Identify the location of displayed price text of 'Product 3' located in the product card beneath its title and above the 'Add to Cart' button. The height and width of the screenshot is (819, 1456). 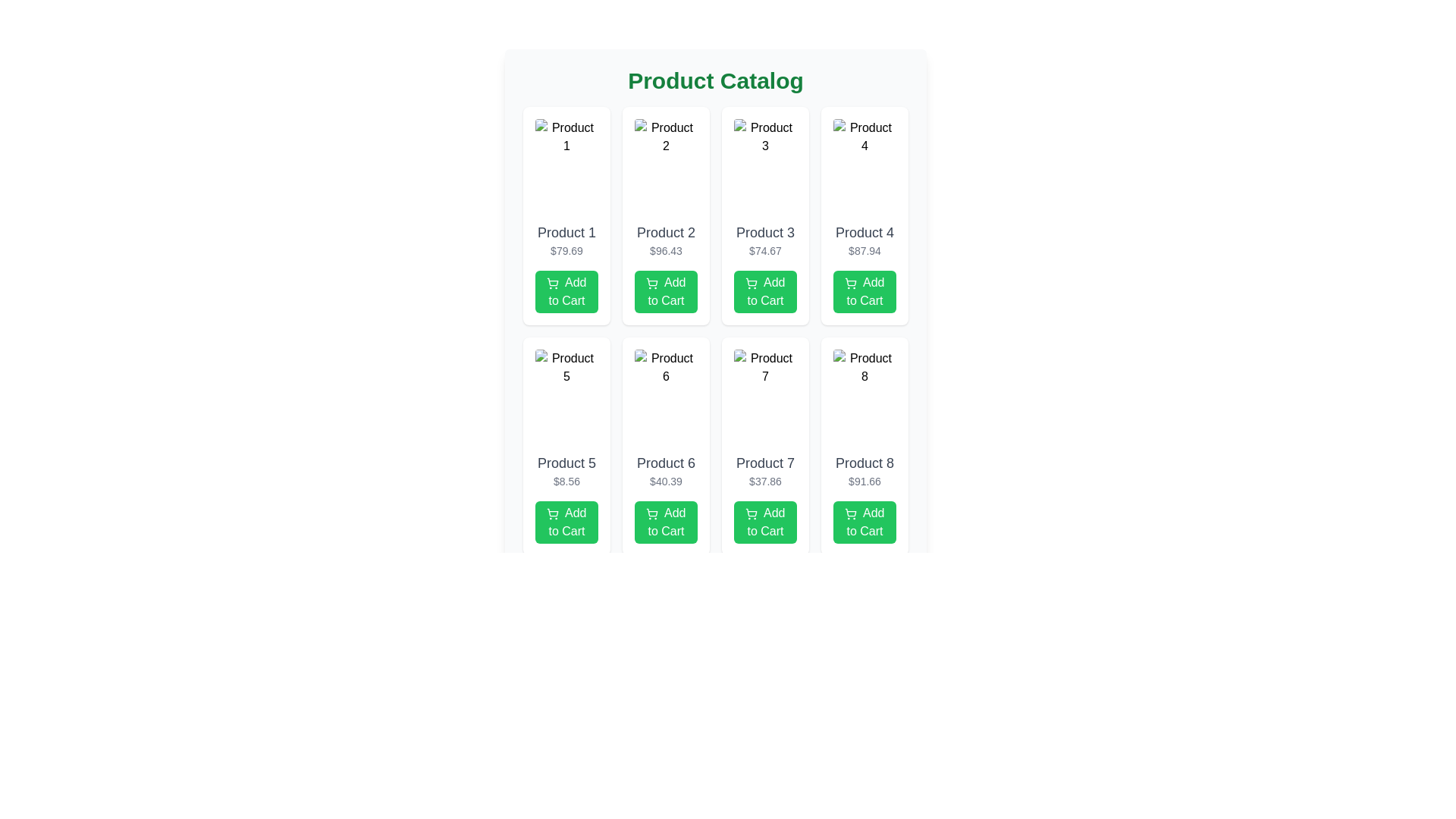
(765, 250).